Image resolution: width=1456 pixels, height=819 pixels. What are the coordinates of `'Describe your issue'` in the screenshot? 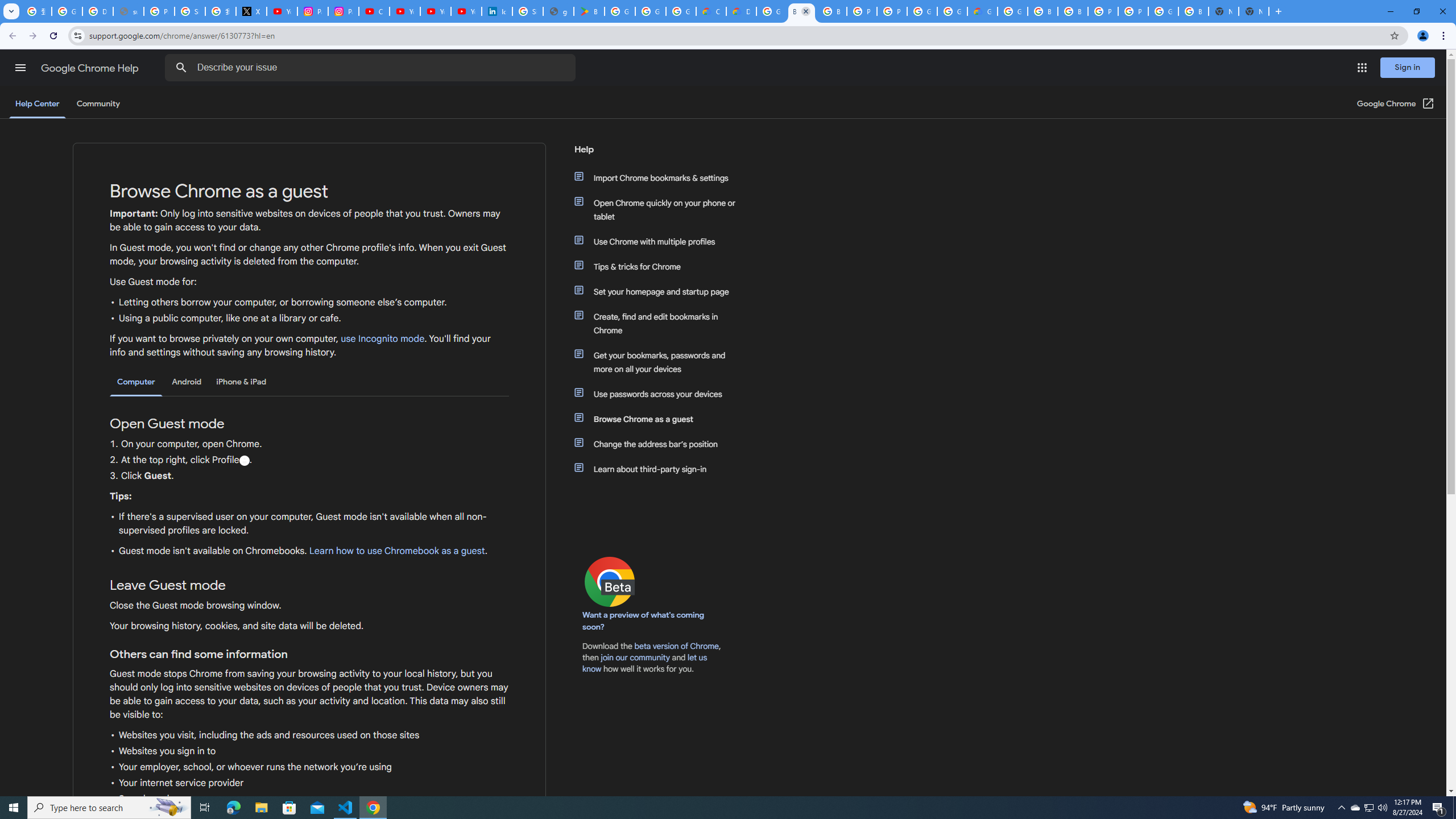 It's located at (371, 67).